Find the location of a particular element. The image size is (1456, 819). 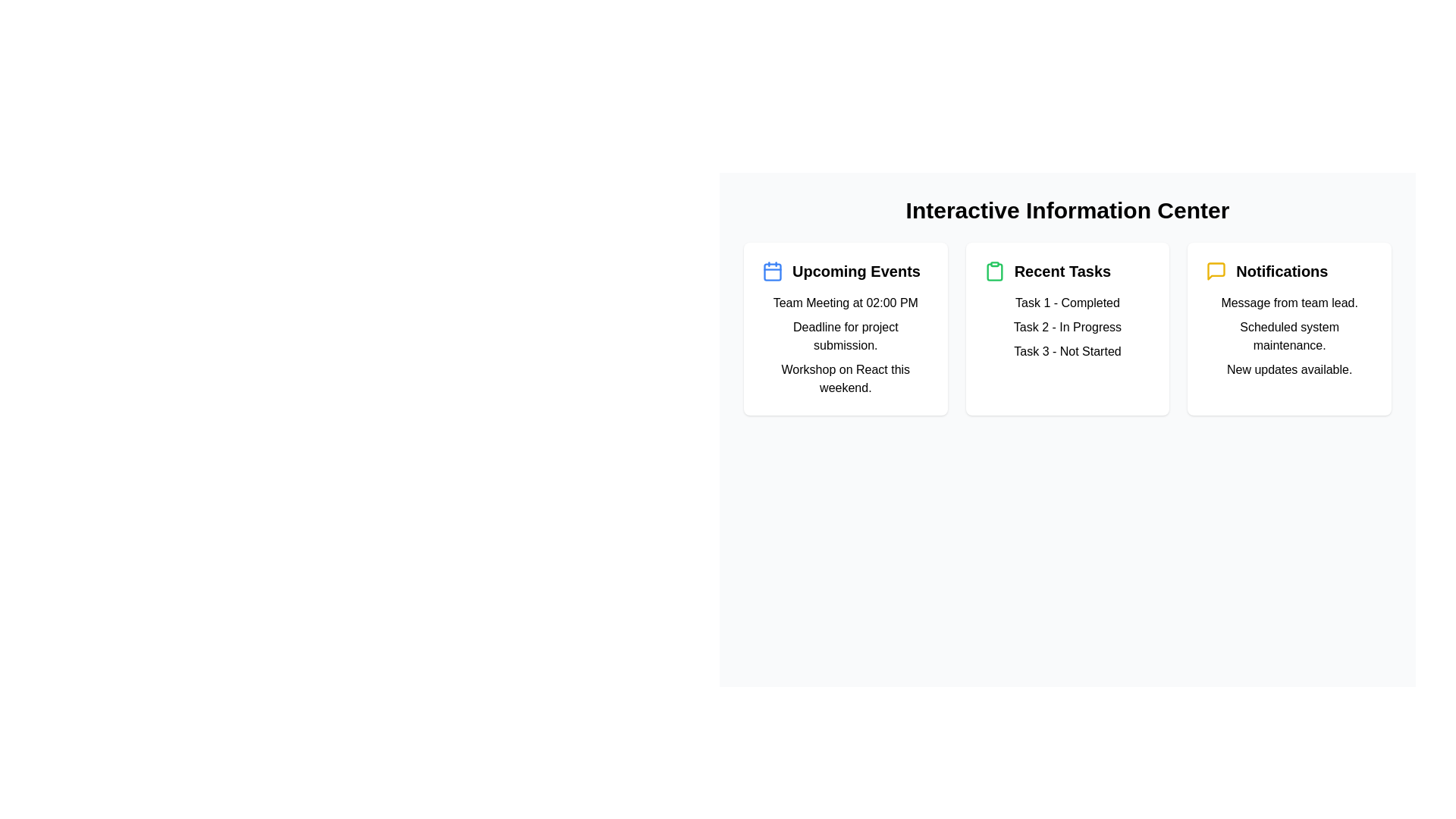

task list from the informational card titled 'Recent Tasks' which displays three task descriptions: 'Task 1 - Completed', 'Task 2 - In Progress', and 'Task 3 - Not Started' is located at coordinates (1066, 328).